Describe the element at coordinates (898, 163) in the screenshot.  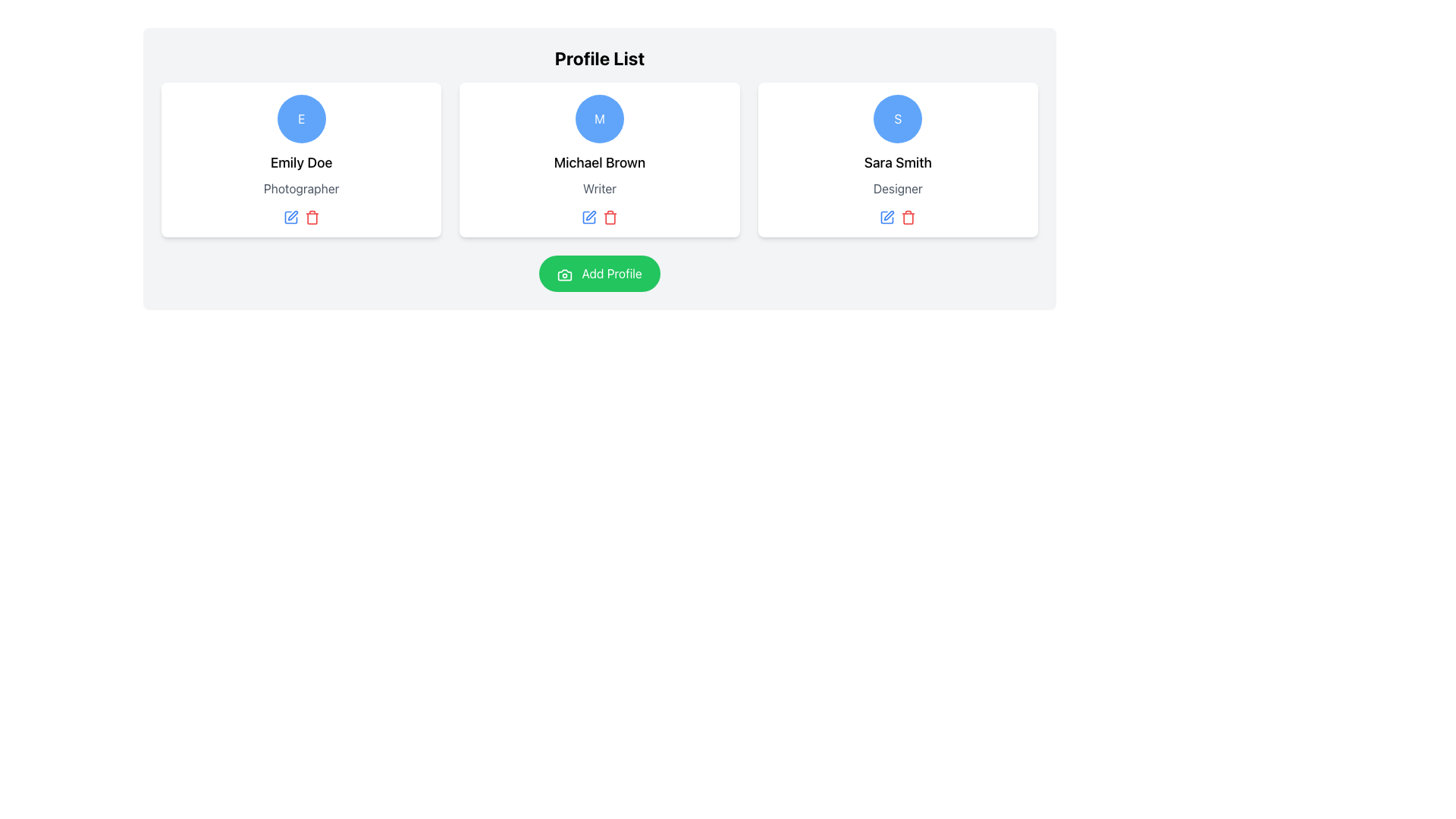
I see `the text label reading 'Sara Smith', which is centrally located in the third profile card from the left, beneath a circular avatar with the letter 'S'` at that location.